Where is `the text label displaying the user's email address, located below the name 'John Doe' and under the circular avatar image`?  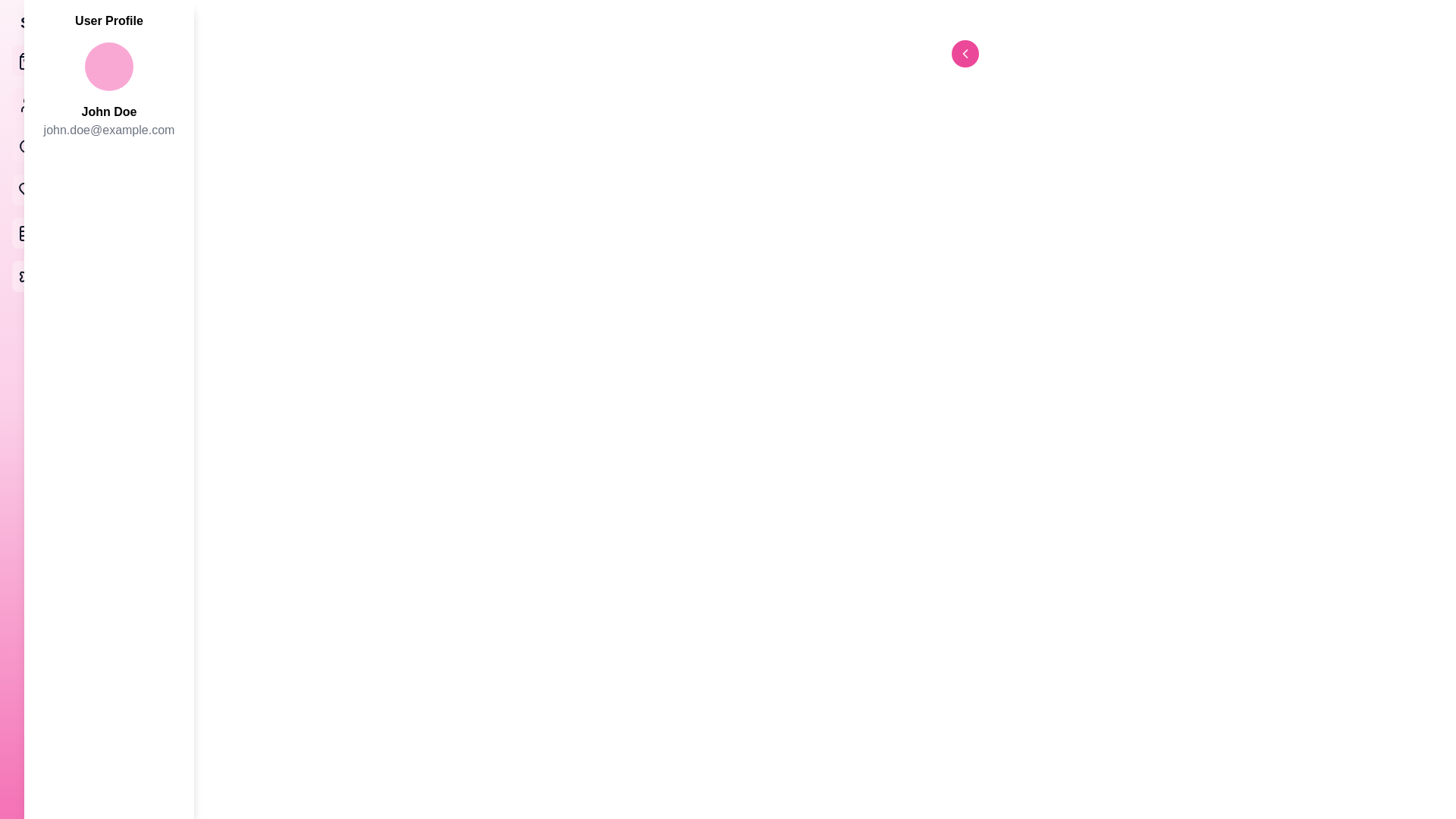
the text label displaying the user's email address, located below the name 'John Doe' and under the circular avatar image is located at coordinates (108, 130).